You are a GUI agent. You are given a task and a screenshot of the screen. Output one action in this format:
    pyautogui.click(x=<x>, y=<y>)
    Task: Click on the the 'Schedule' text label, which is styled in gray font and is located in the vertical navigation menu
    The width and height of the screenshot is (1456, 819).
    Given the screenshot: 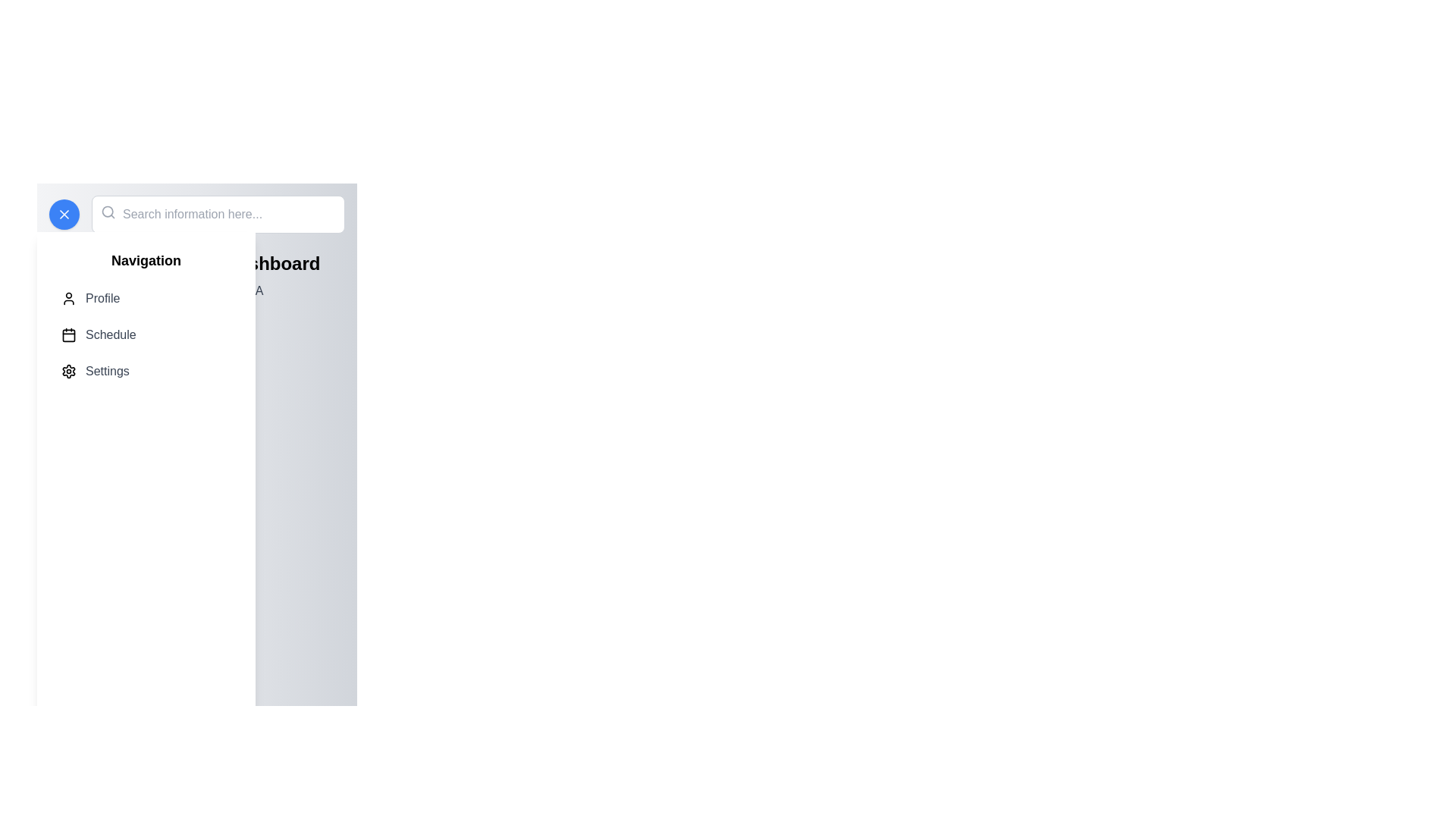 What is the action you would take?
    pyautogui.click(x=110, y=334)
    